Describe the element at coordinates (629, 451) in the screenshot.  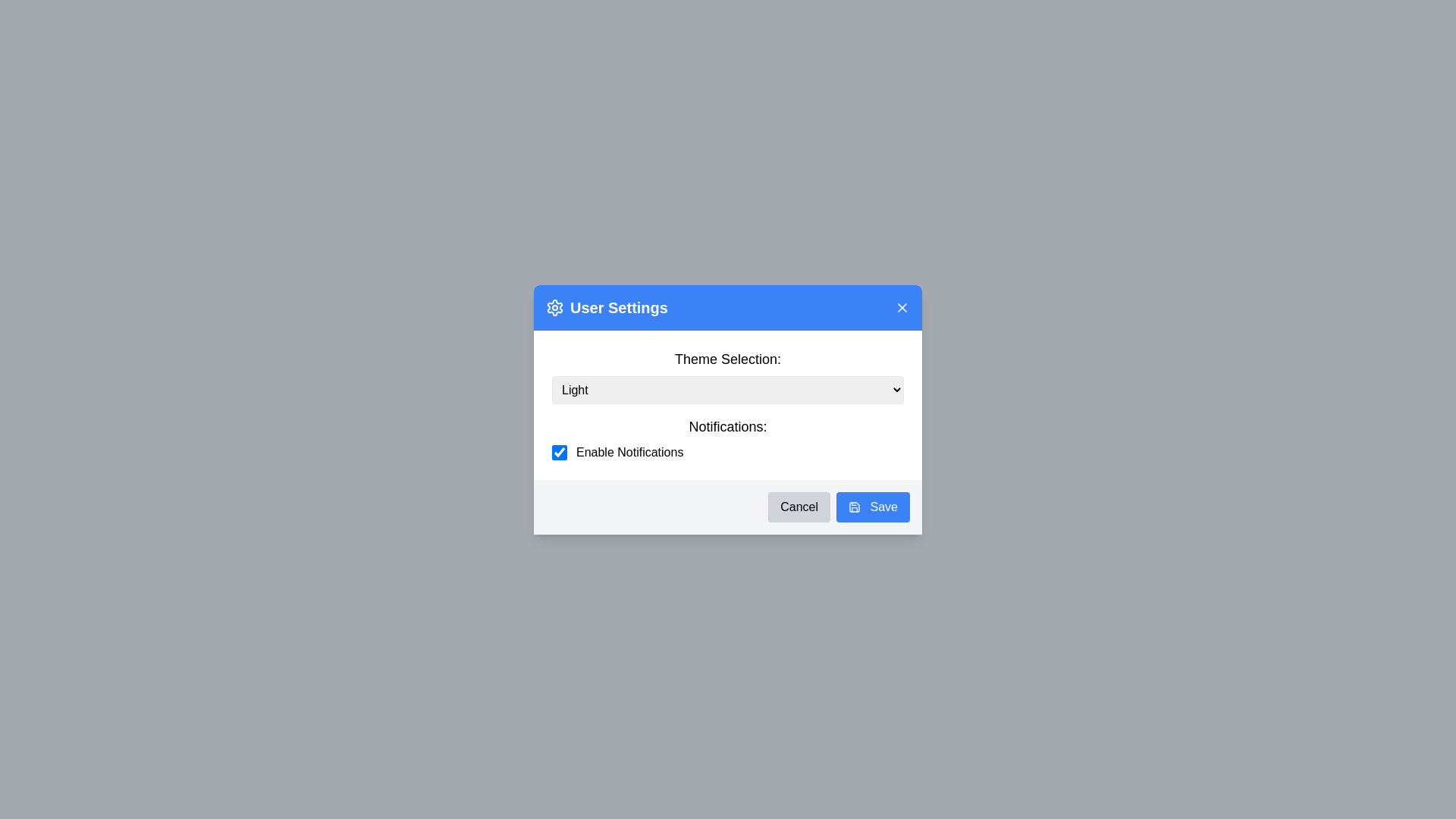
I see `text content of the label that says 'Enable Notifications', which is positioned to the right of a checkbox and aligned vertically in the middle of its modal` at that location.